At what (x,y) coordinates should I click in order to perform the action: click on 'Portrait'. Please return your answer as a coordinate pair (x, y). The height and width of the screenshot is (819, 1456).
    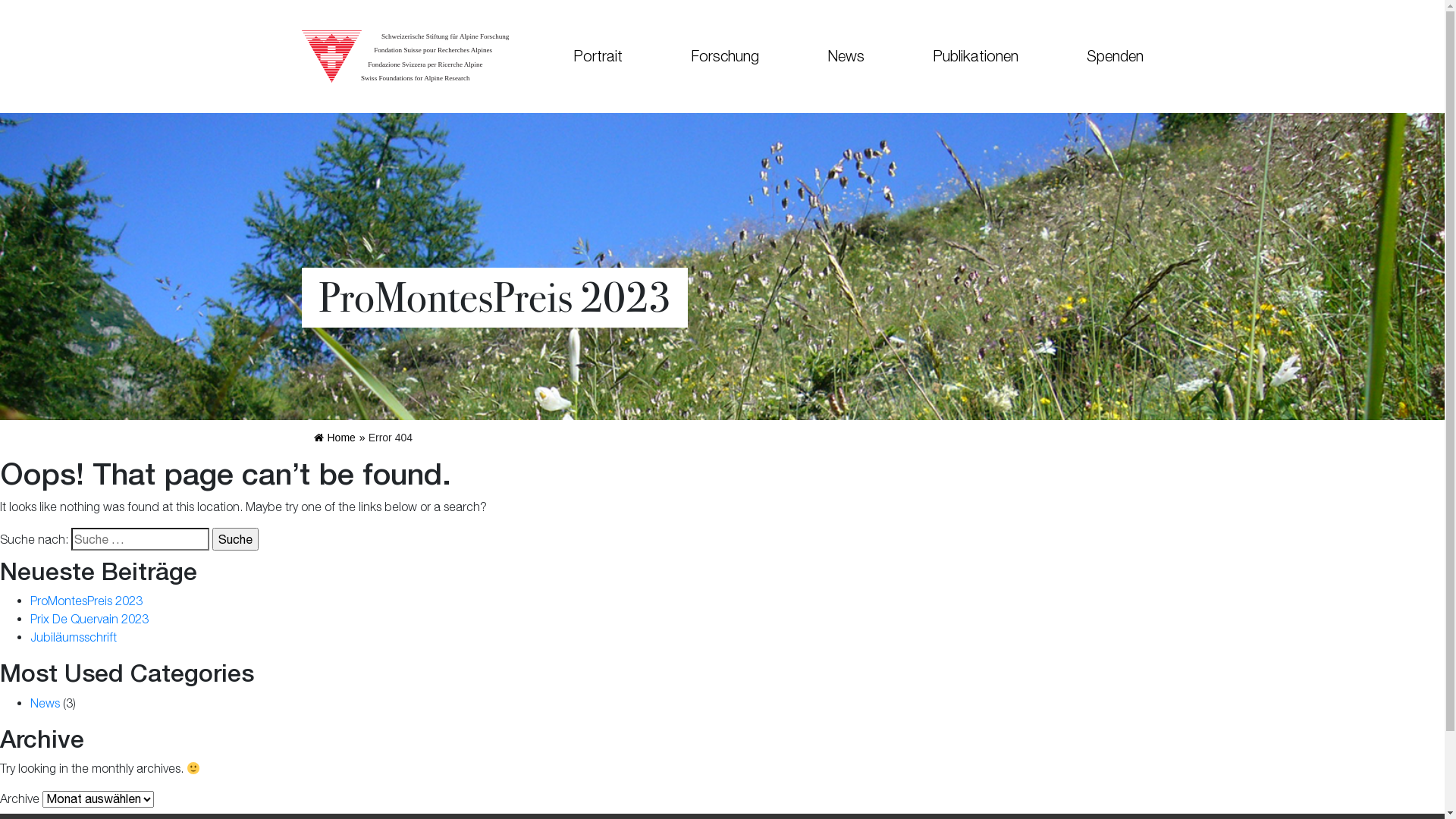
    Looking at the image, I should click on (596, 55).